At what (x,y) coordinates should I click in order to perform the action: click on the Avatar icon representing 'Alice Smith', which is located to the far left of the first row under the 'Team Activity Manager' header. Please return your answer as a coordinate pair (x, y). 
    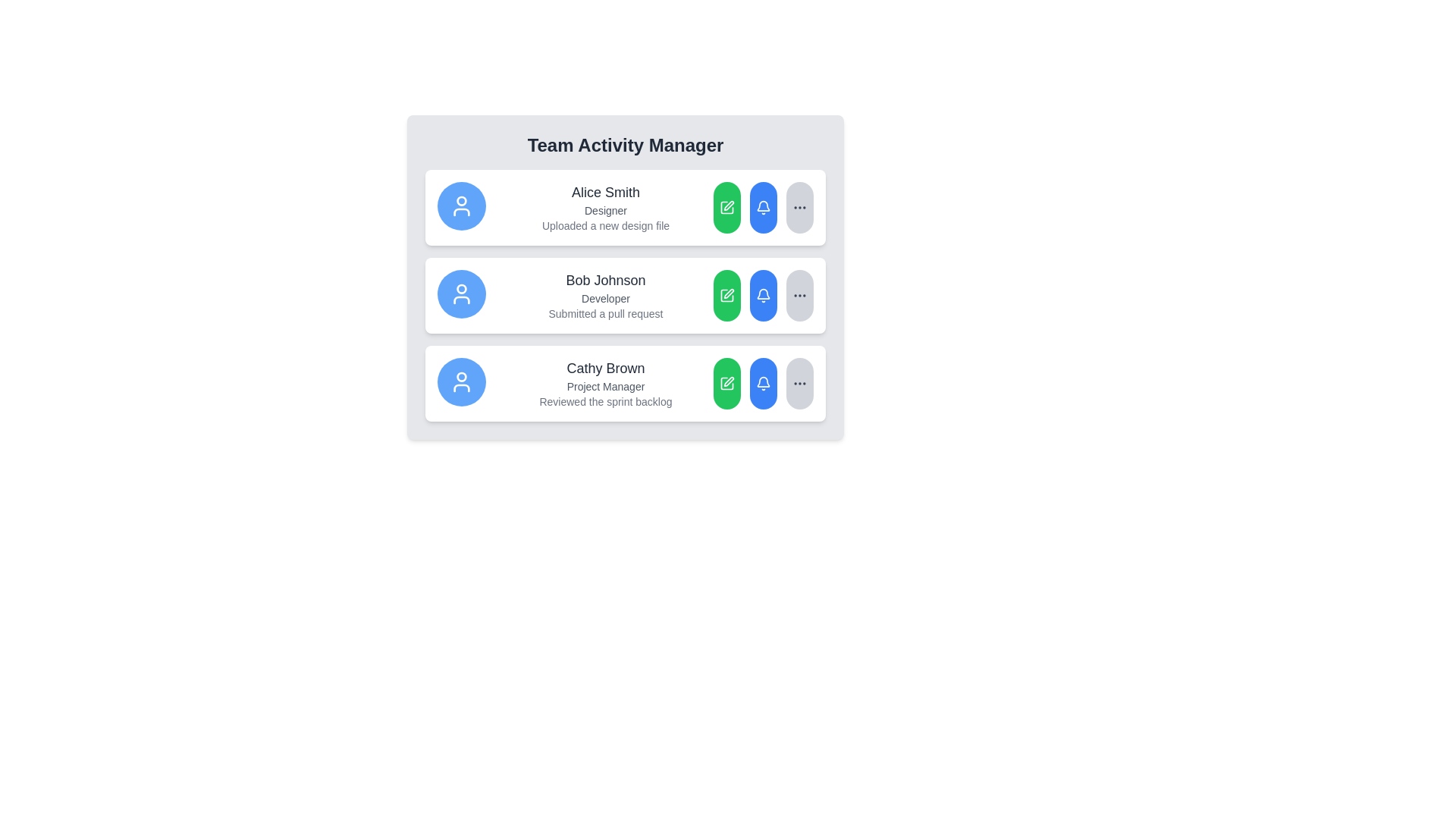
    Looking at the image, I should click on (461, 206).